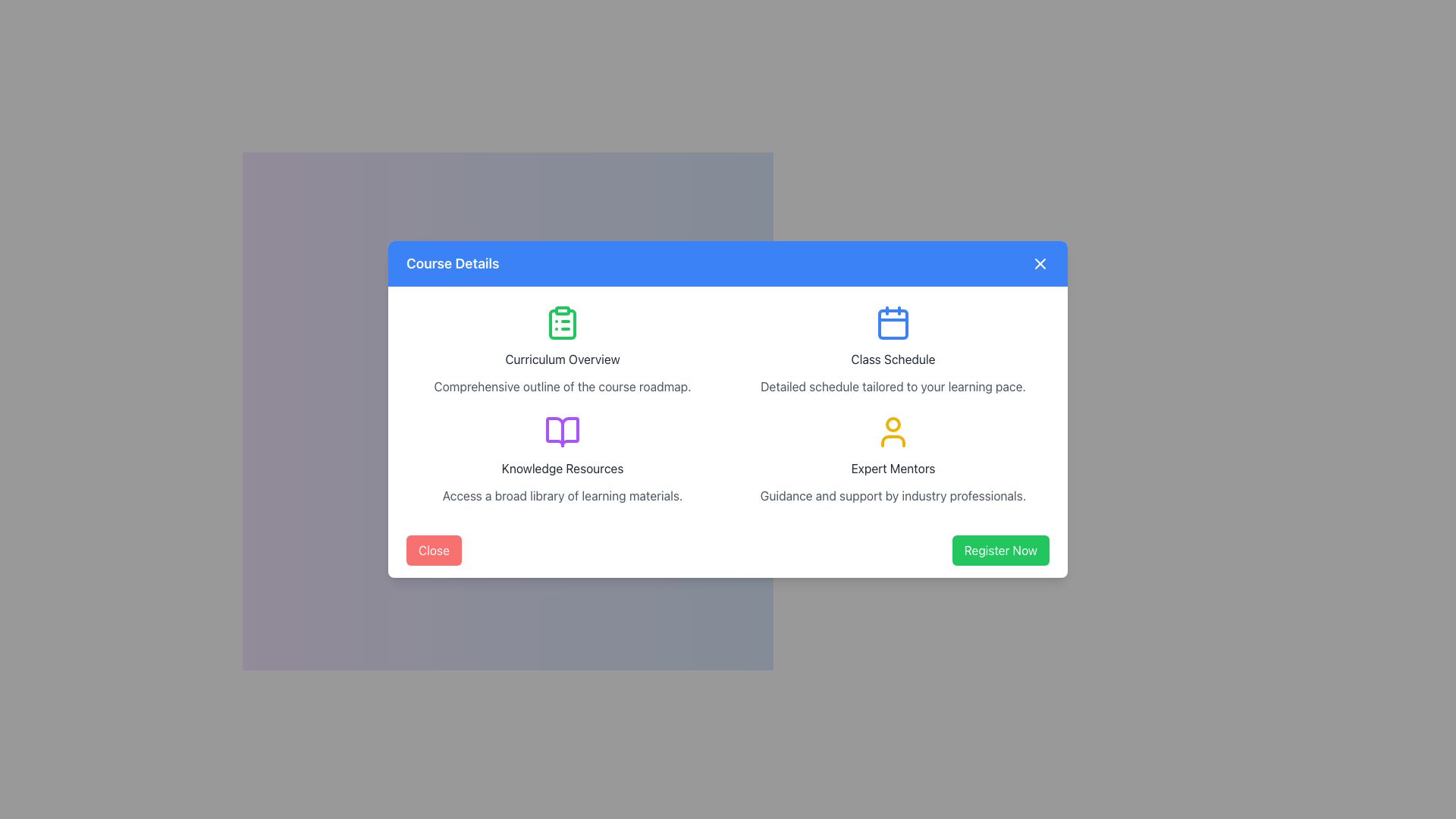  I want to click on the text label reading 'Expert Mentors' which is styled in dark gray, located centrally below a yellow user icon, so click(893, 467).